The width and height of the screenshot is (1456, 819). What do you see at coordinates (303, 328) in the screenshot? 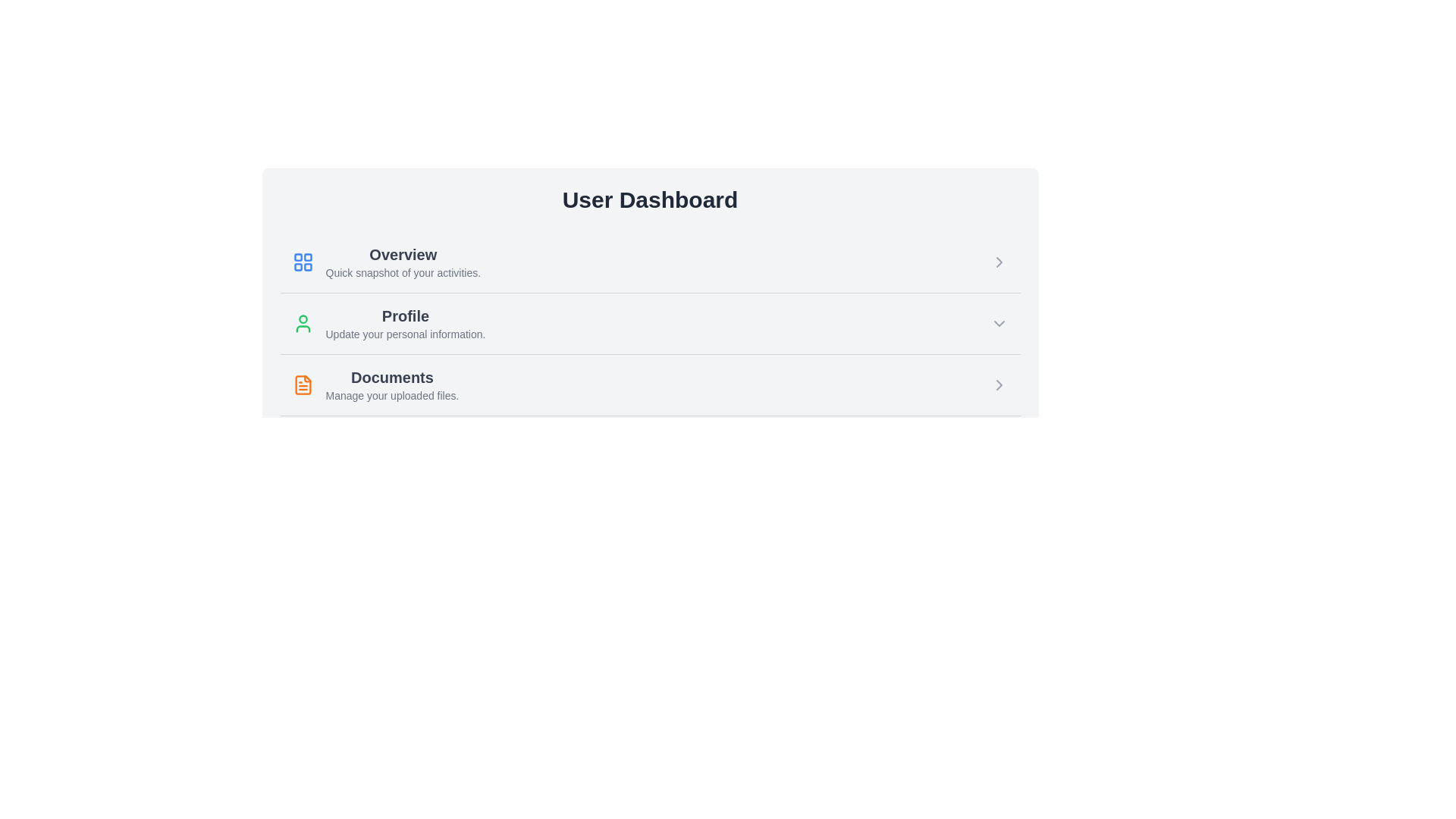
I see `the bottom half of the 'Profile' icon on the User Dashboard, which represents the body portion of the icon` at bounding box center [303, 328].